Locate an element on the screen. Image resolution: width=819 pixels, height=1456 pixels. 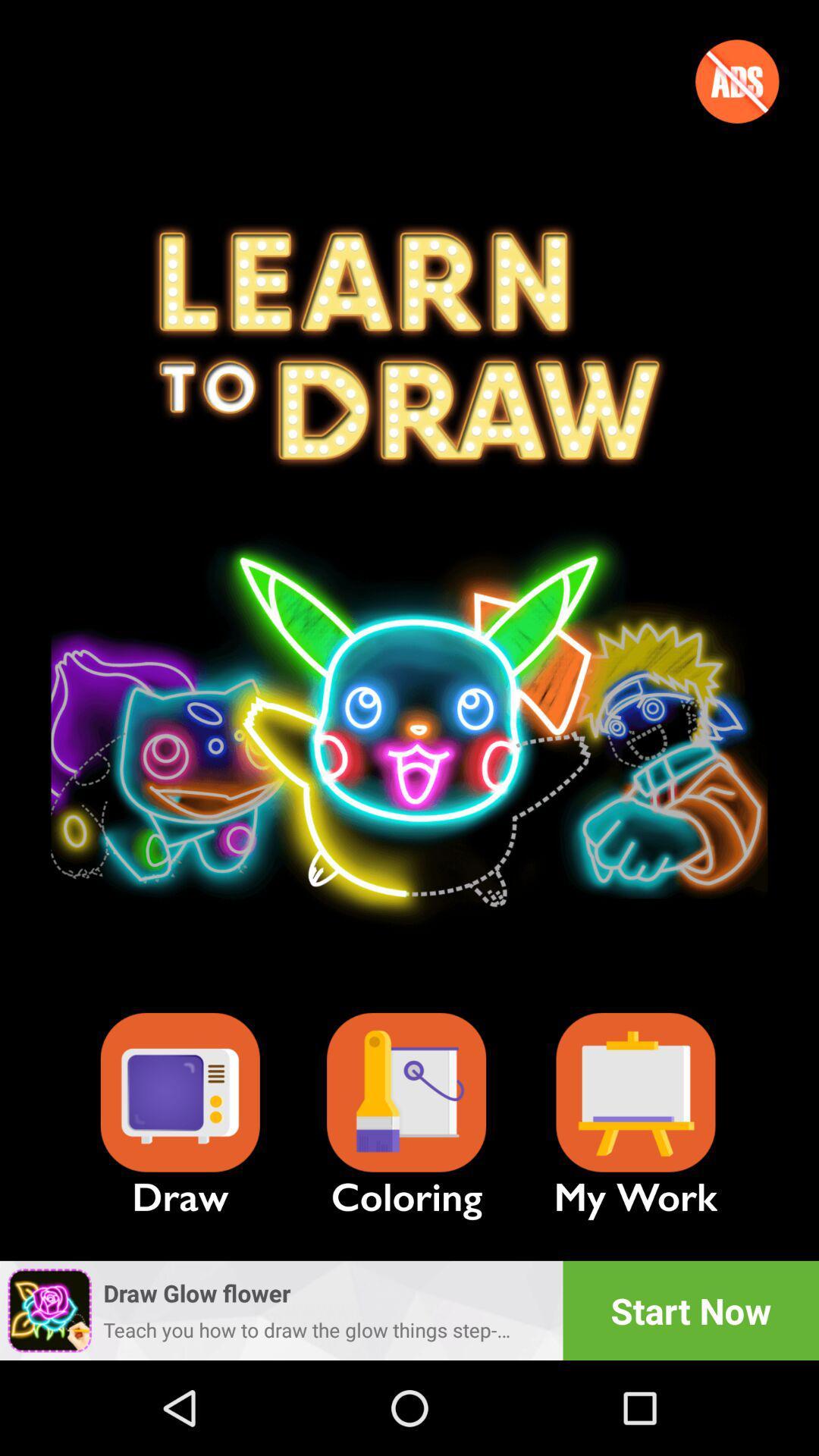
icon at the top right corner is located at coordinates (736, 80).